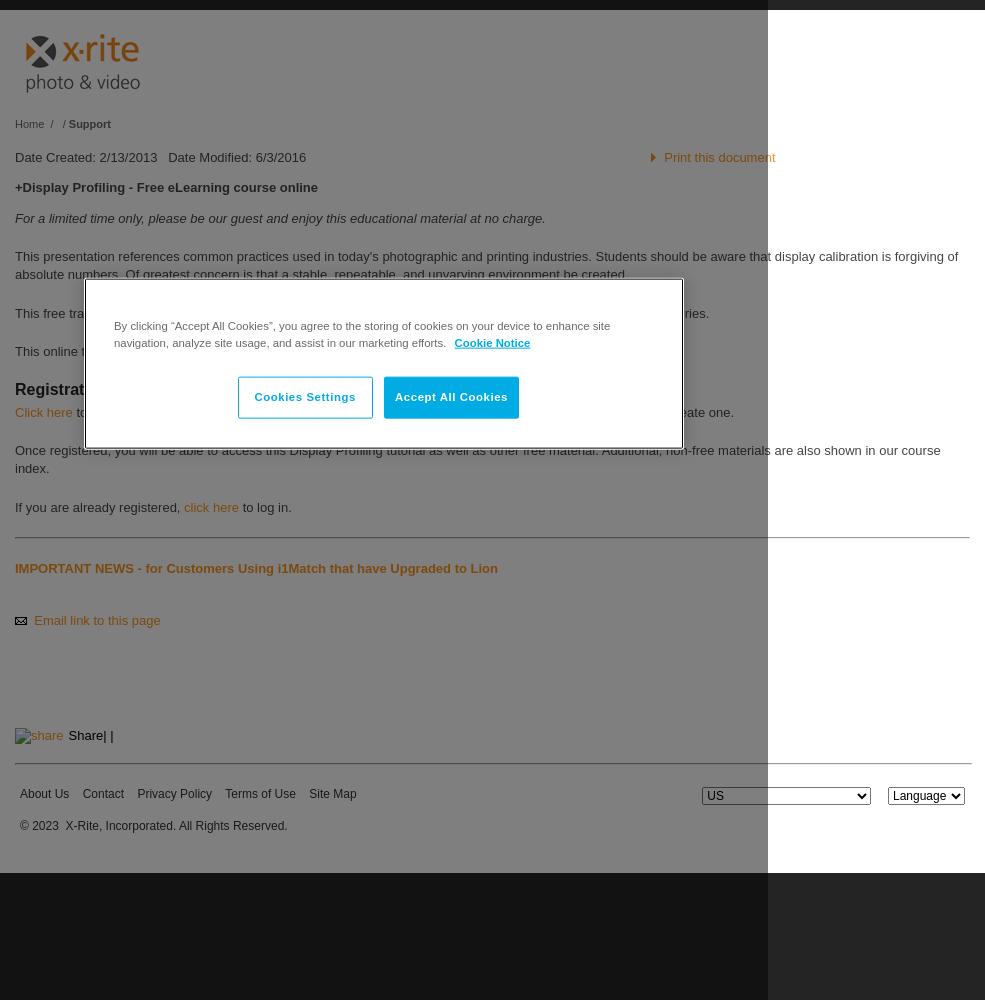  I want to click on 'For a limited time only, please be our guest and enjoy this educational material at no charge.', so click(279, 217).